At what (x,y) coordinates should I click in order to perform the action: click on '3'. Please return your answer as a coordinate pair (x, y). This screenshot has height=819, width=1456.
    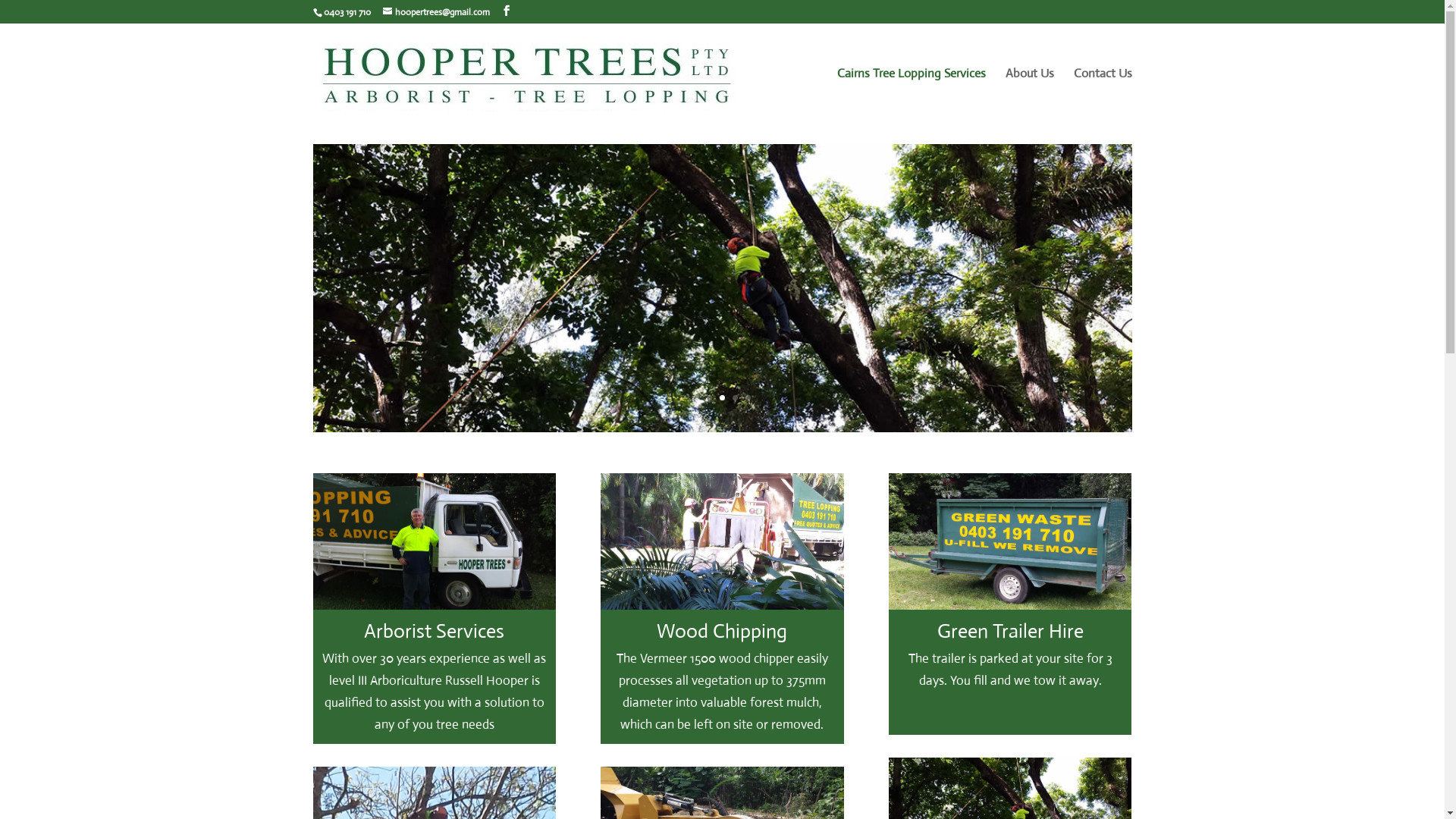
    Looking at the image, I should click on (721, 397).